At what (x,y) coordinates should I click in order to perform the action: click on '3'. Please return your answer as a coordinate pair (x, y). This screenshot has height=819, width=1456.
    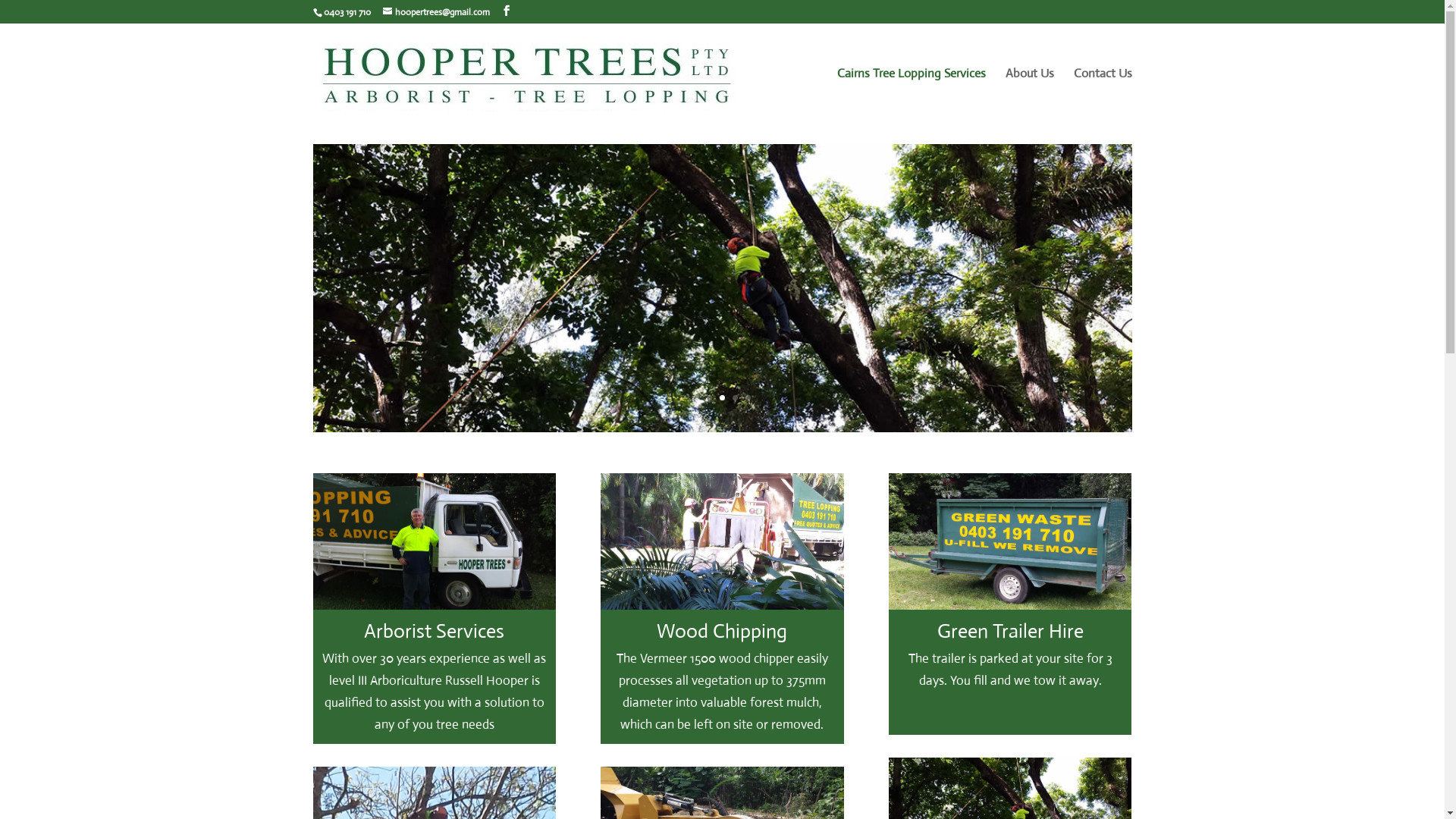
    Looking at the image, I should click on (721, 397).